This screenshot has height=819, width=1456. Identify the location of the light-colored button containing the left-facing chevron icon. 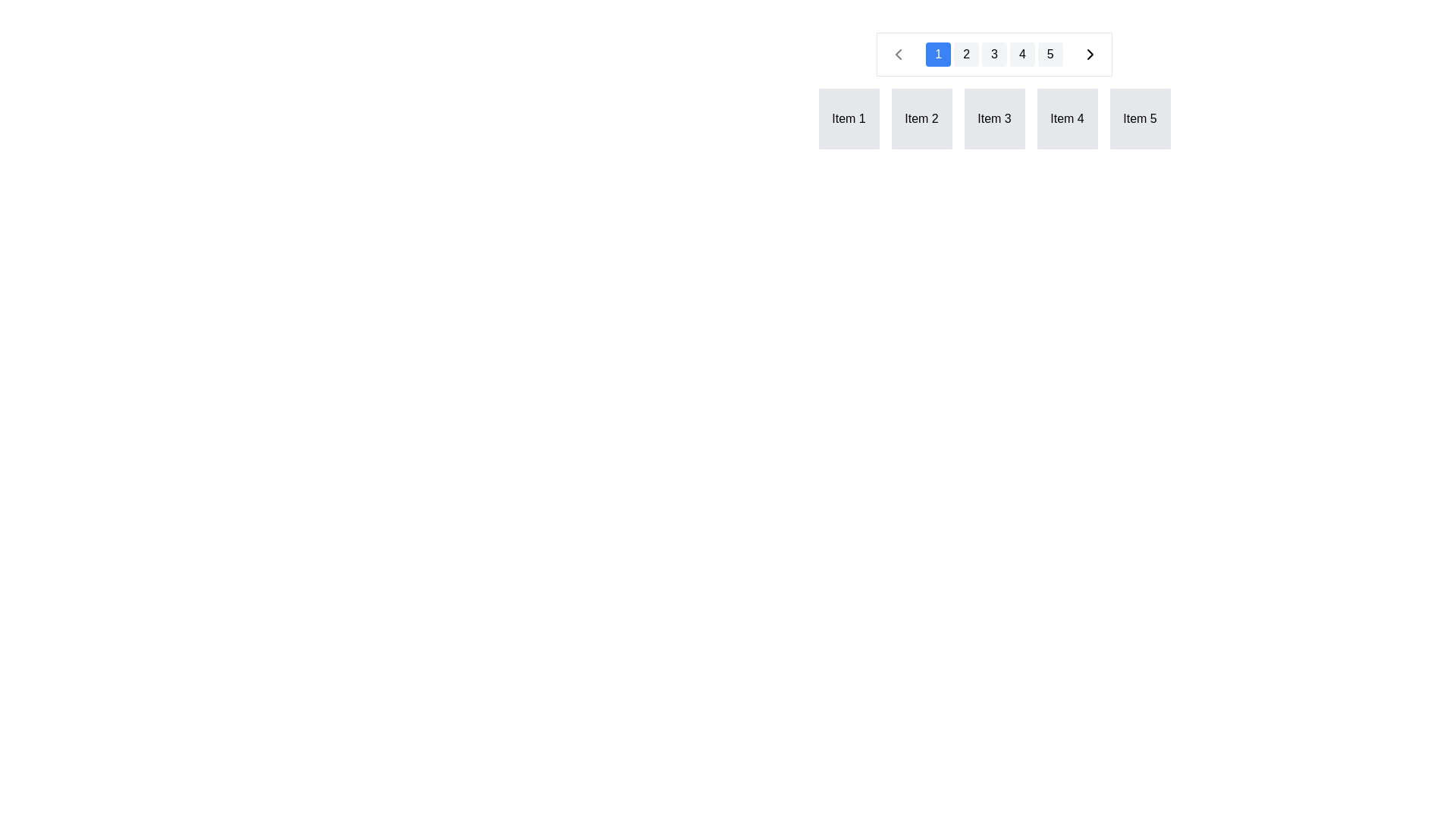
(899, 54).